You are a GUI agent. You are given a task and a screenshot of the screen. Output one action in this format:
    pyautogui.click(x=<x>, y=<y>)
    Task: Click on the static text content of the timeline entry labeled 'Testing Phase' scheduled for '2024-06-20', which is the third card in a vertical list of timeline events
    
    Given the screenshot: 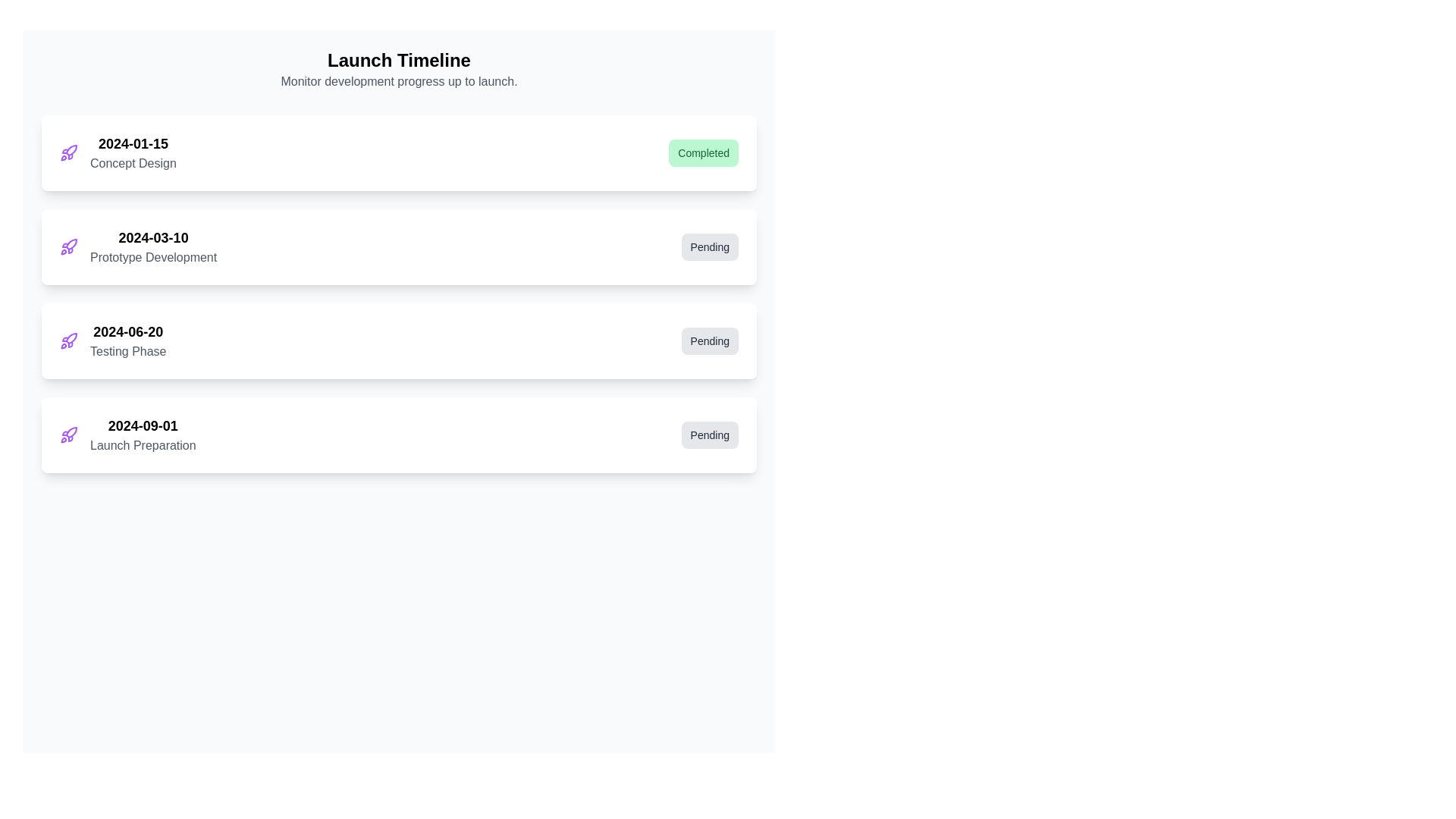 What is the action you would take?
    pyautogui.click(x=128, y=341)
    